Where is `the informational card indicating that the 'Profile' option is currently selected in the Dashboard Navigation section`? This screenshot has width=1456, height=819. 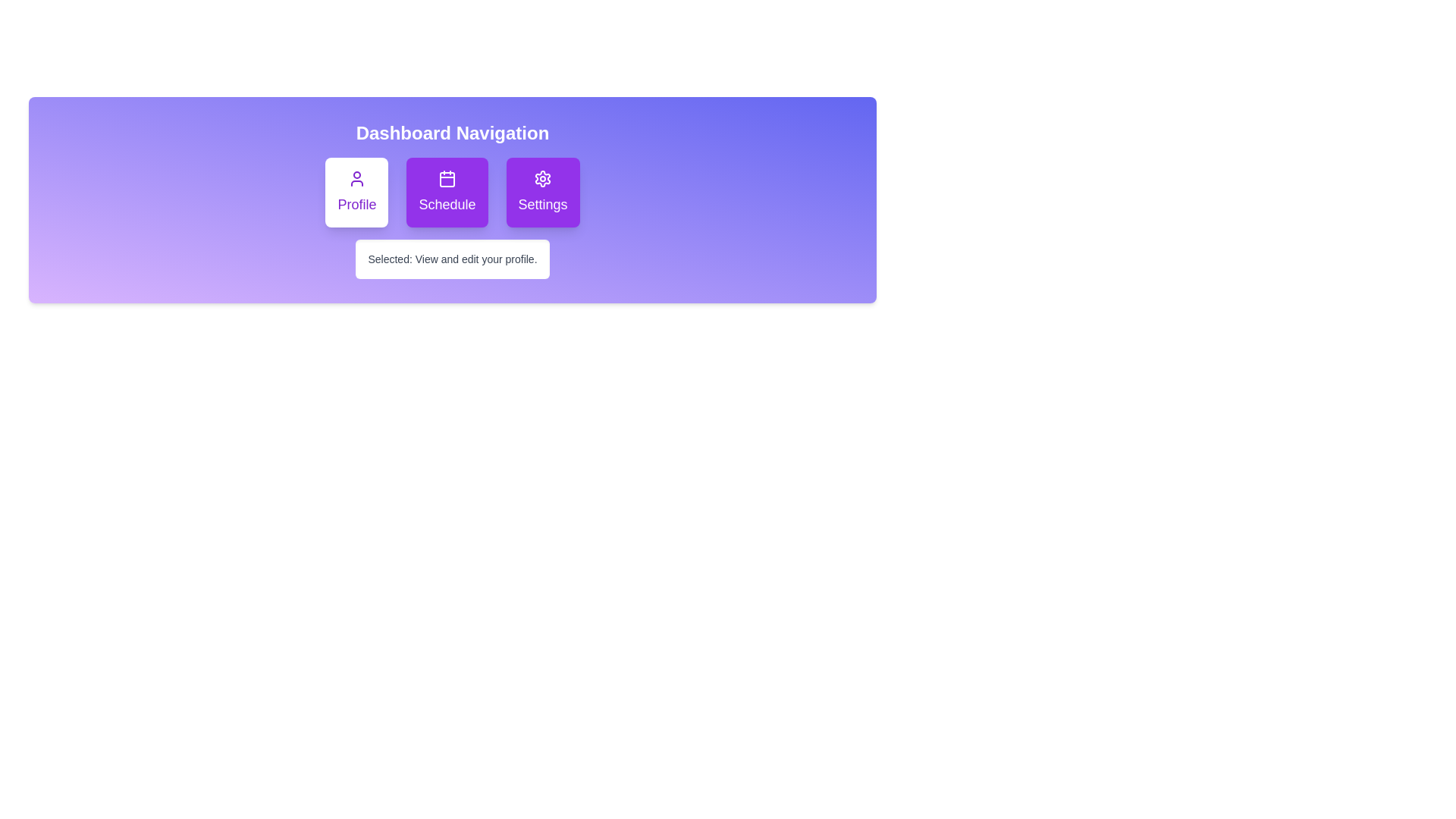
the informational card indicating that the 'Profile' option is currently selected in the Dashboard Navigation section is located at coordinates (451, 259).